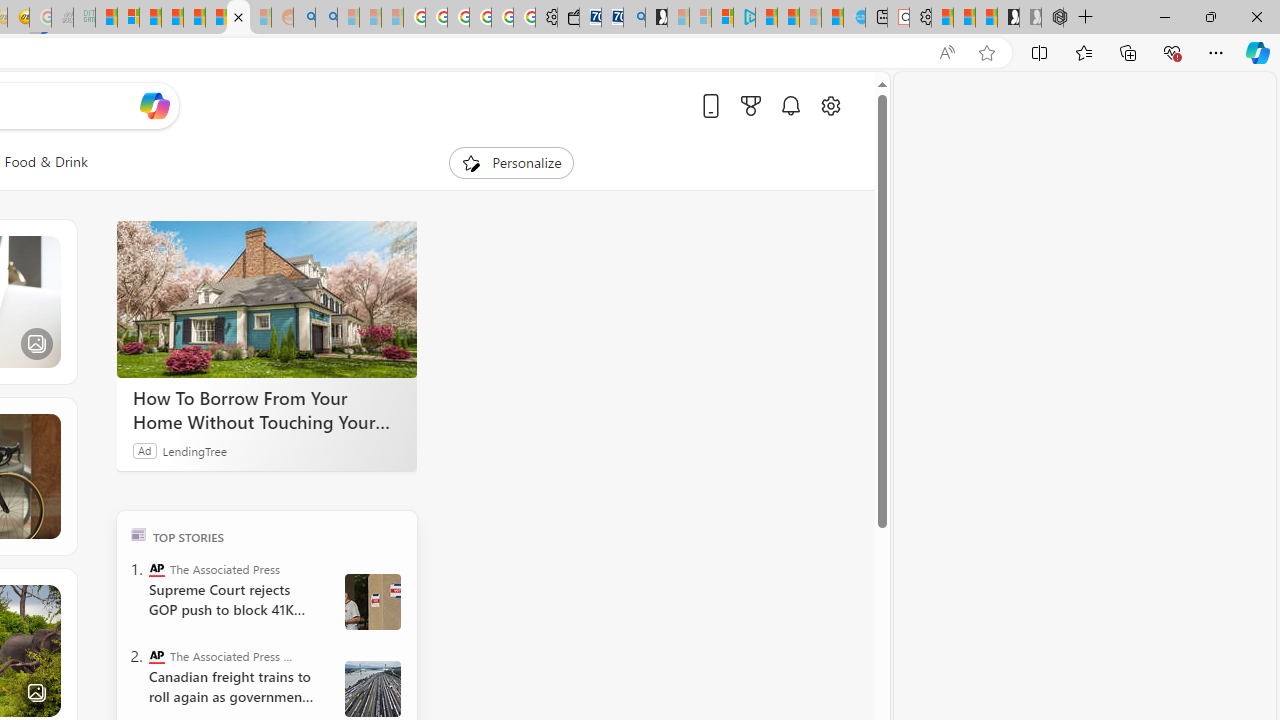 Image resolution: width=1280 pixels, height=720 pixels. Describe the element at coordinates (144, 450) in the screenshot. I see `'Ad'` at that location.